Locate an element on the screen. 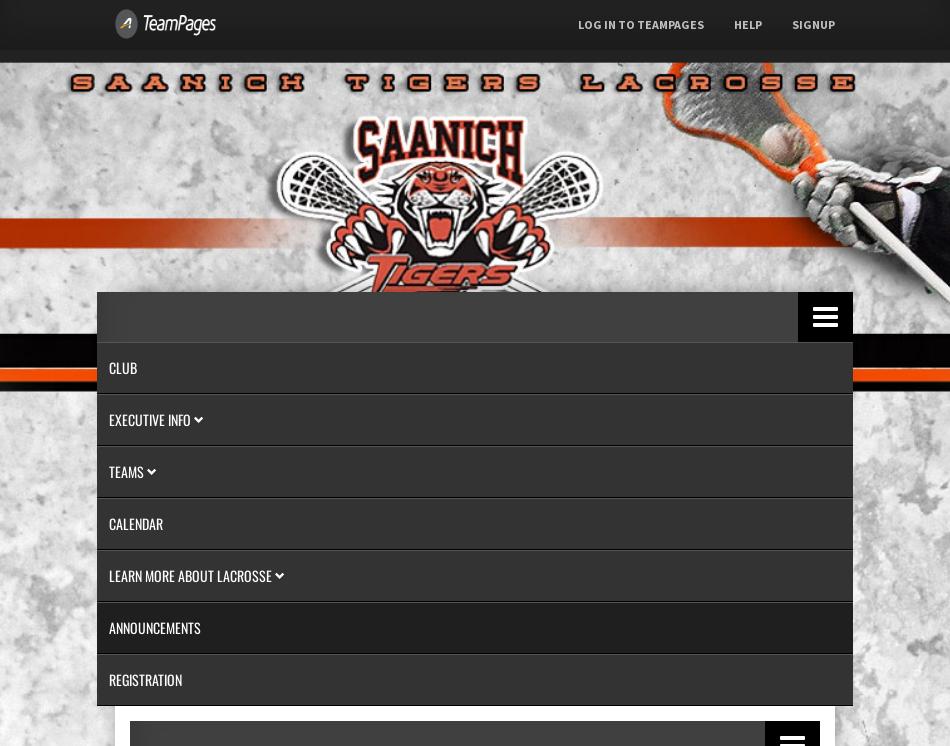  'Calendar' is located at coordinates (108, 523).